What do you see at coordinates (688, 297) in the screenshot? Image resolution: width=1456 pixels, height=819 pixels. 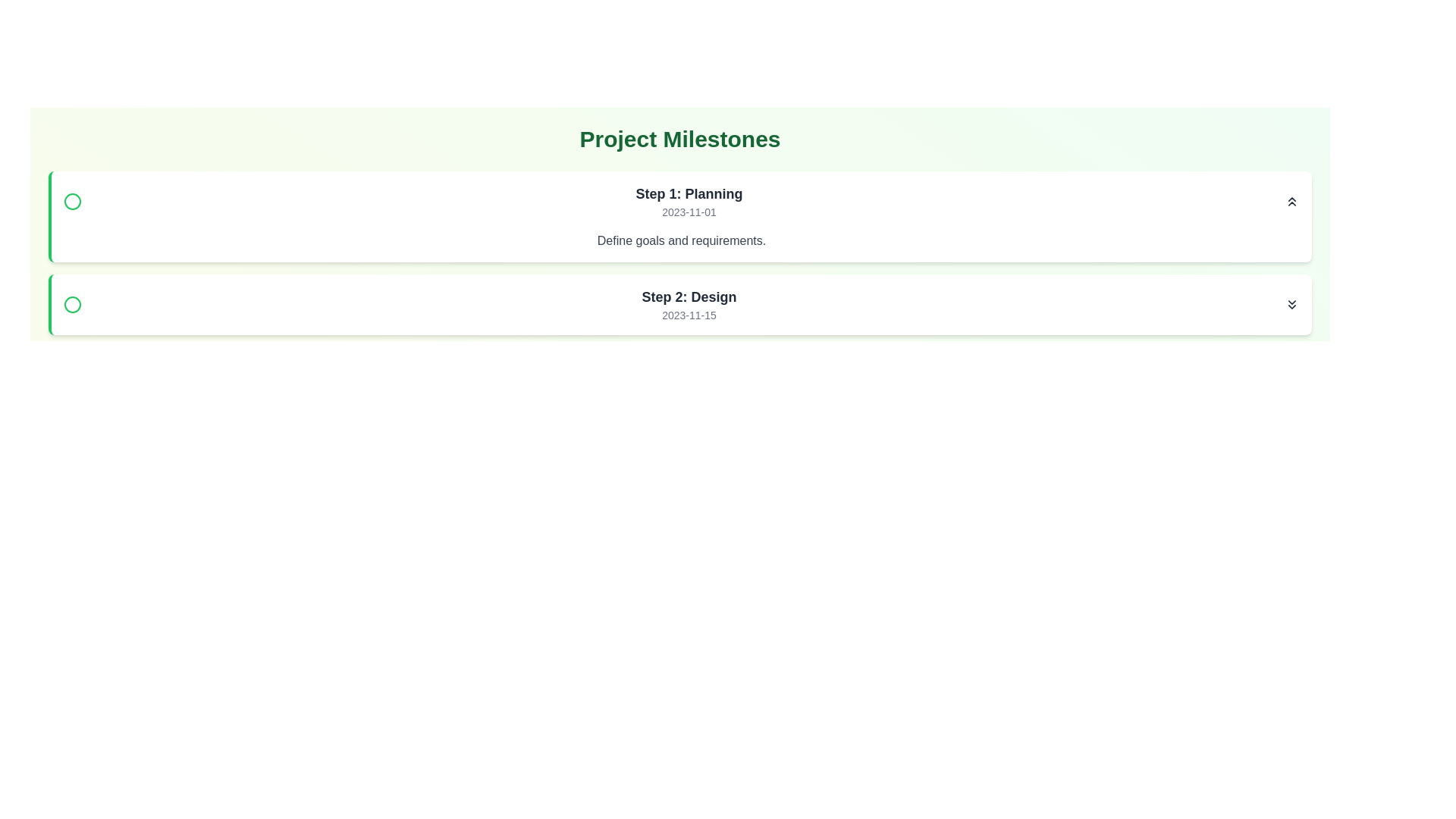 I see `the text label displaying 'Step 2: Design' in the 'Project Milestones' interface, which is styled with a large bold font and located below the 'Step 1: Planning' milestone section` at bounding box center [688, 297].